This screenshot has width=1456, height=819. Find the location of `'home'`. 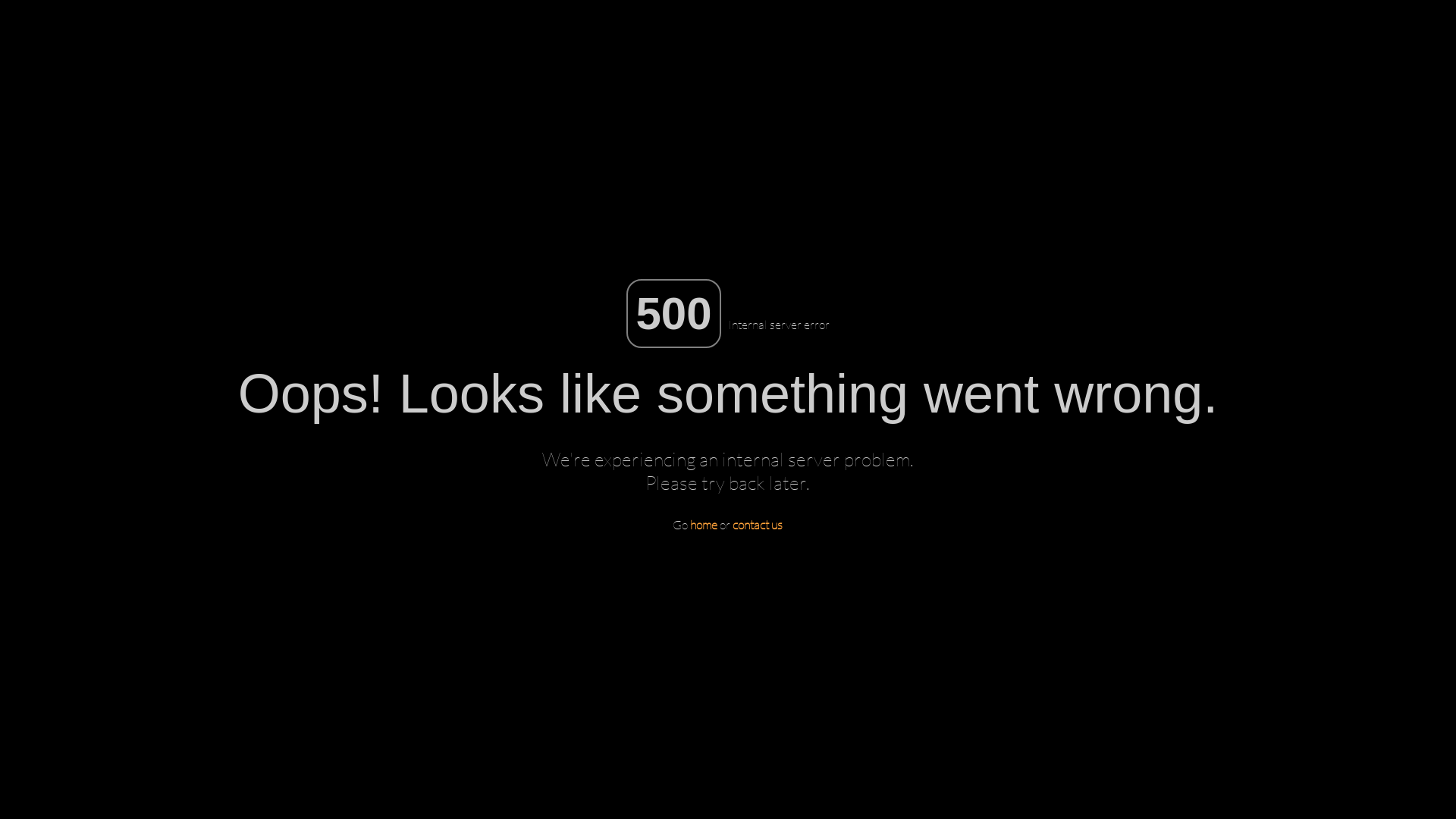

'home' is located at coordinates (702, 523).